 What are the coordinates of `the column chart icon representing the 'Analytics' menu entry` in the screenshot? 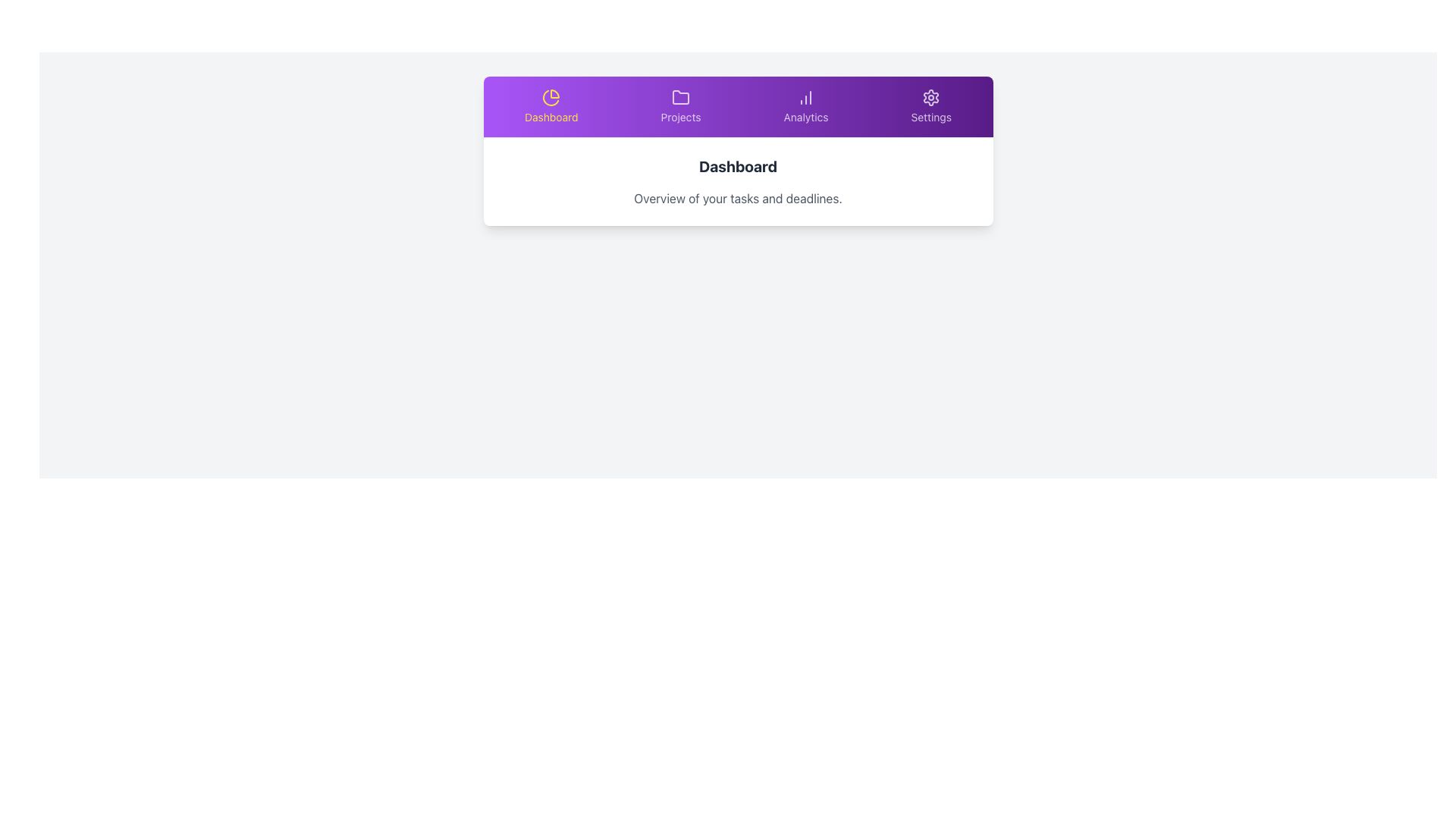 It's located at (805, 97).